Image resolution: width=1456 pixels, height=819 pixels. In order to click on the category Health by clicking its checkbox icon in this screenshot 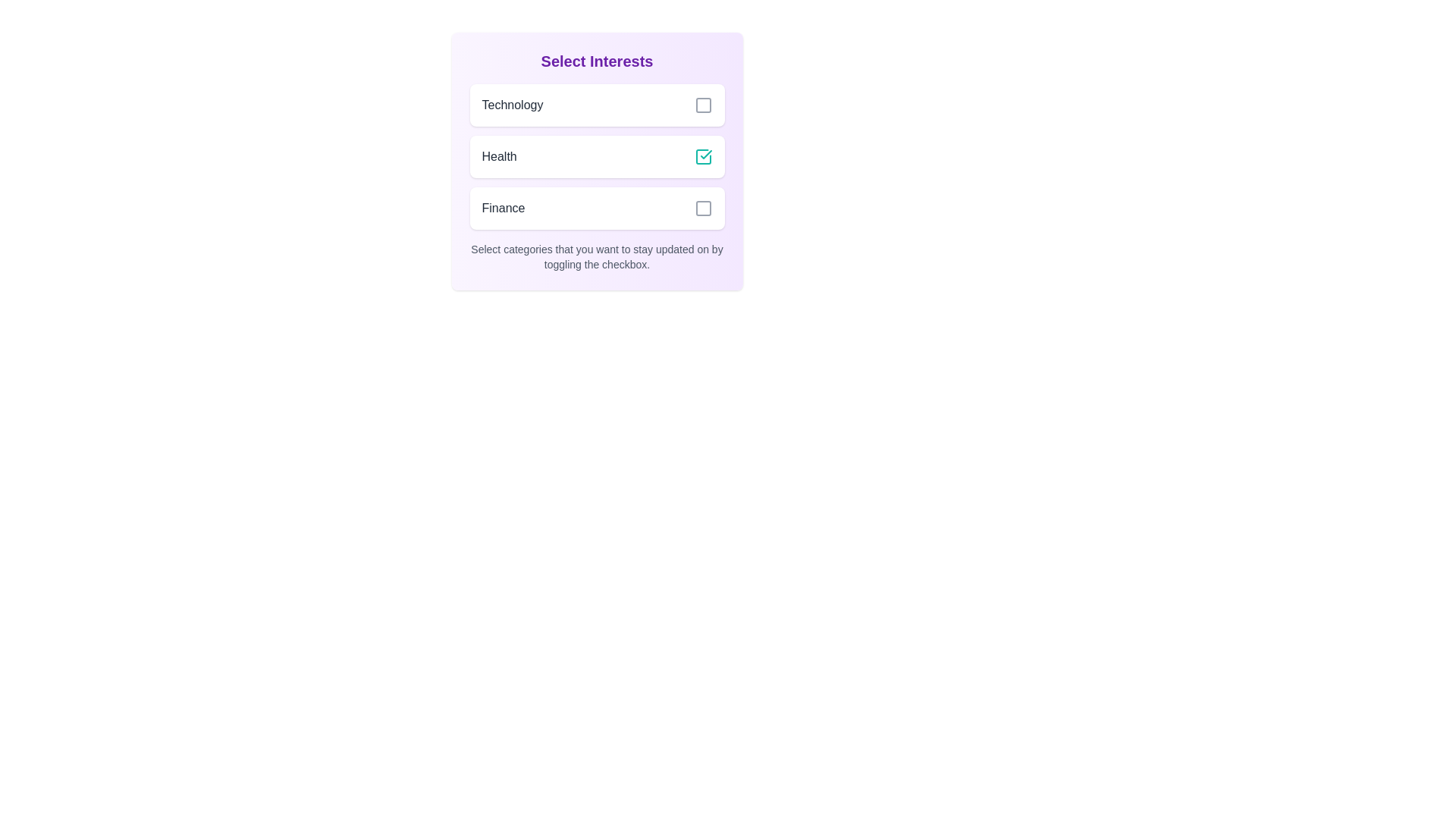, I will do `click(702, 157)`.